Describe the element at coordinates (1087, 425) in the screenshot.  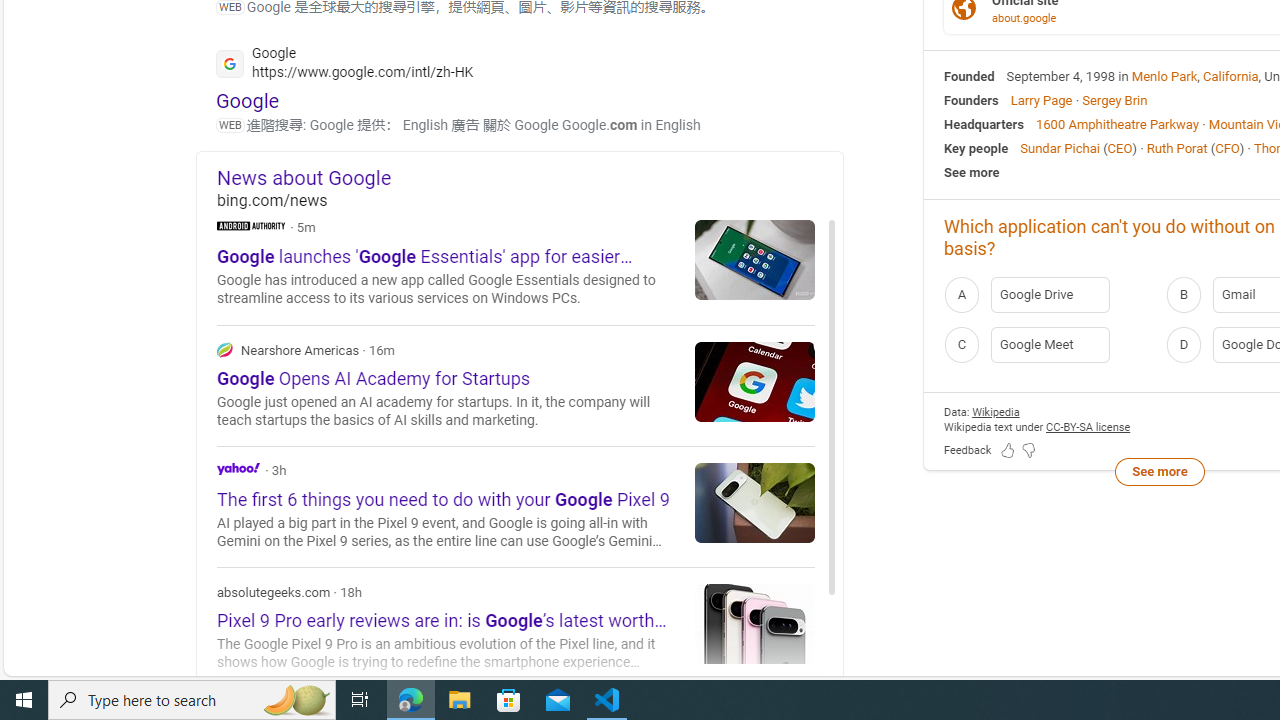
I see `'CC-BY-SA license'` at that location.